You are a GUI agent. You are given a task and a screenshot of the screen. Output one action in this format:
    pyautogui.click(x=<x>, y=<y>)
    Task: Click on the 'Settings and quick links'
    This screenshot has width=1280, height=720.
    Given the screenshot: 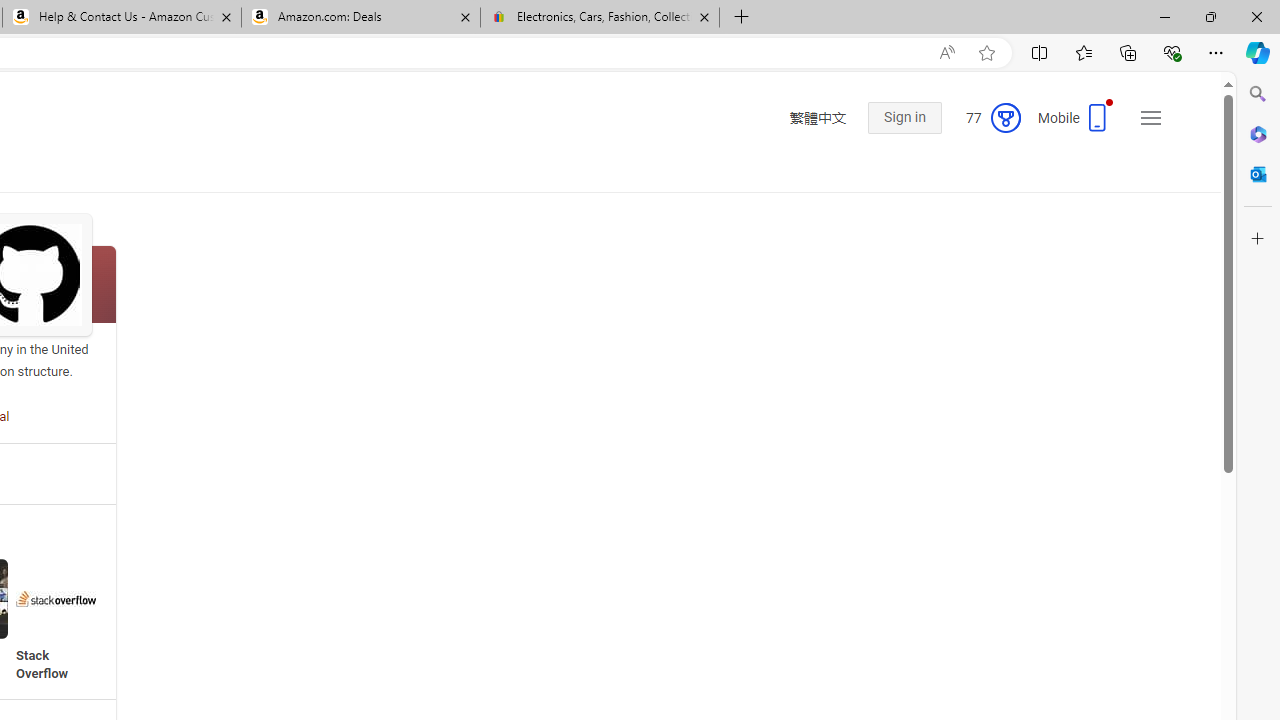 What is the action you would take?
    pyautogui.click(x=1150, y=118)
    